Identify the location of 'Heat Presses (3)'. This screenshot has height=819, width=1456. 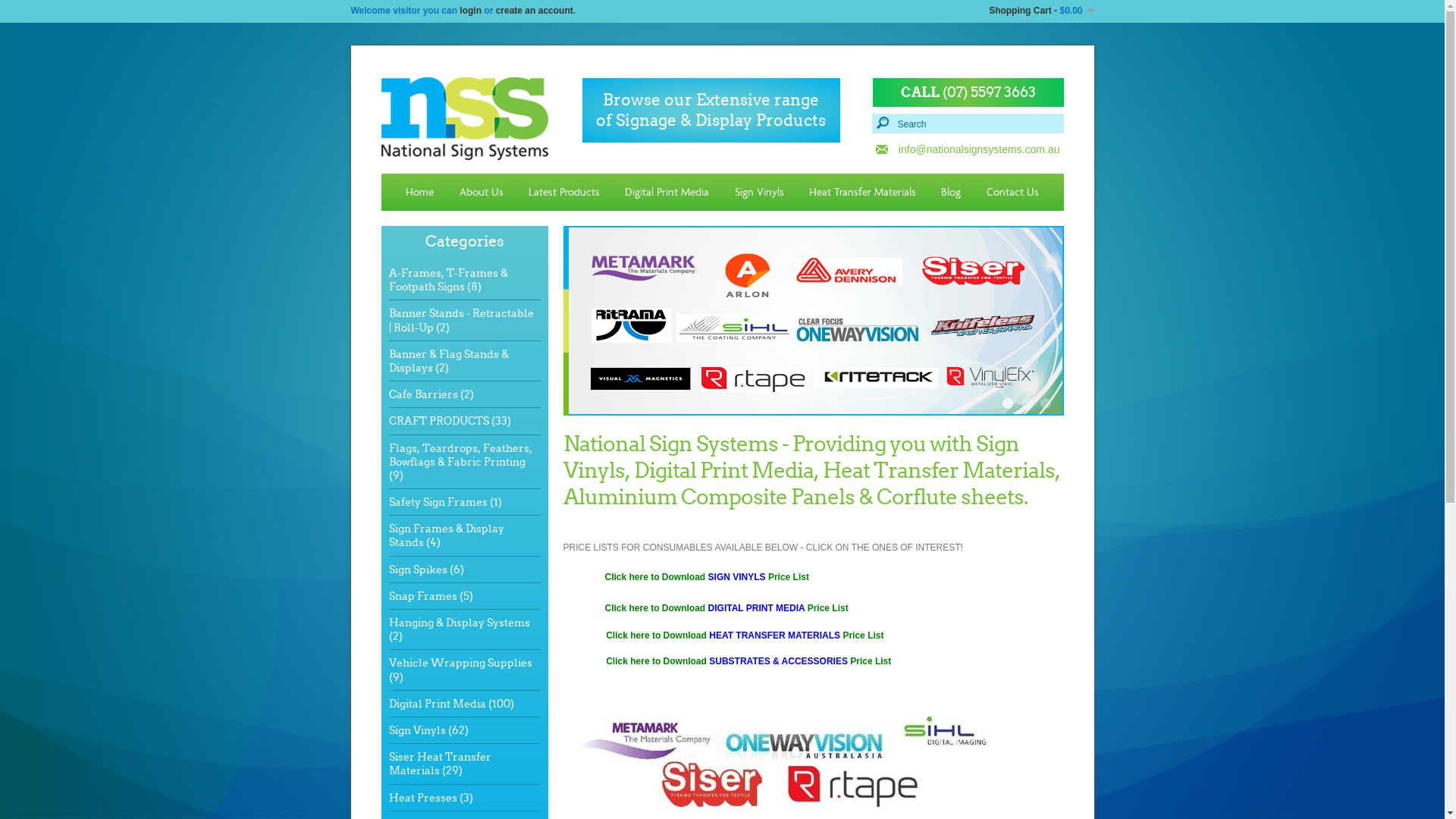
(388, 797).